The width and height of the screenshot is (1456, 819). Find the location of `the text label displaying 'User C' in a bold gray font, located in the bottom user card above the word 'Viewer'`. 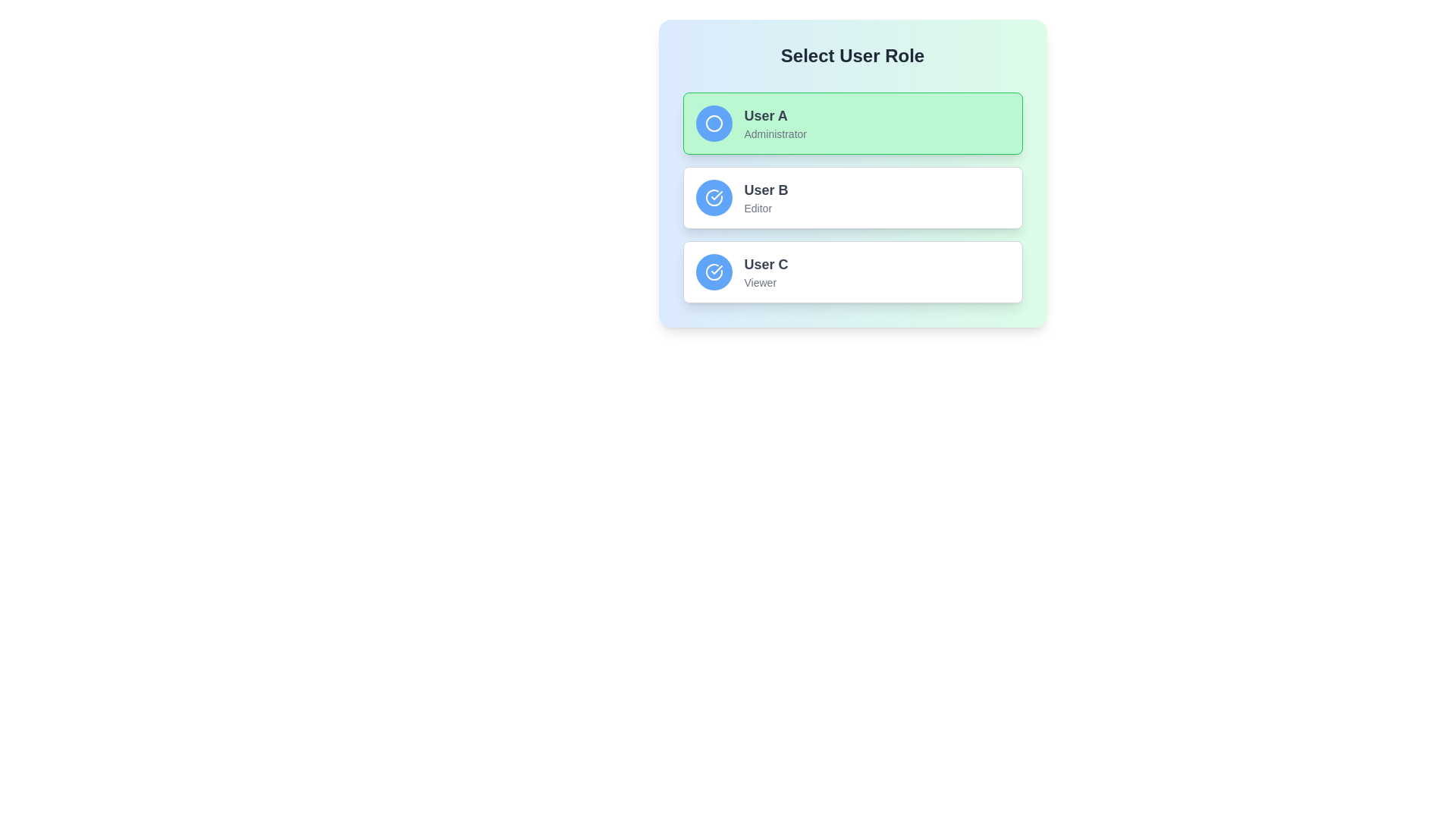

the text label displaying 'User C' in a bold gray font, located in the bottom user card above the word 'Viewer' is located at coordinates (766, 263).